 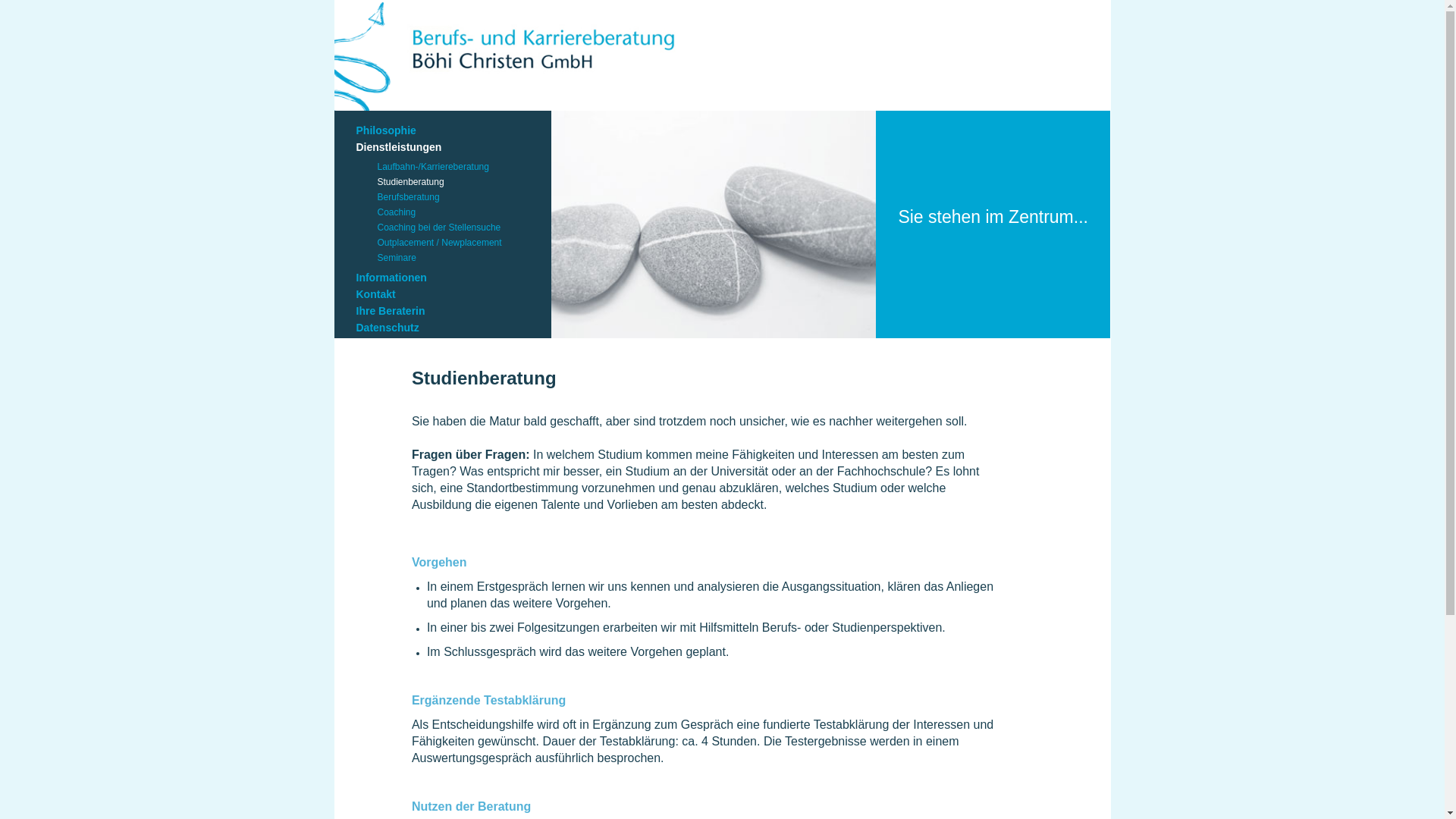 What do you see at coordinates (454, 242) in the screenshot?
I see `'Outplacement / Newplacement'` at bounding box center [454, 242].